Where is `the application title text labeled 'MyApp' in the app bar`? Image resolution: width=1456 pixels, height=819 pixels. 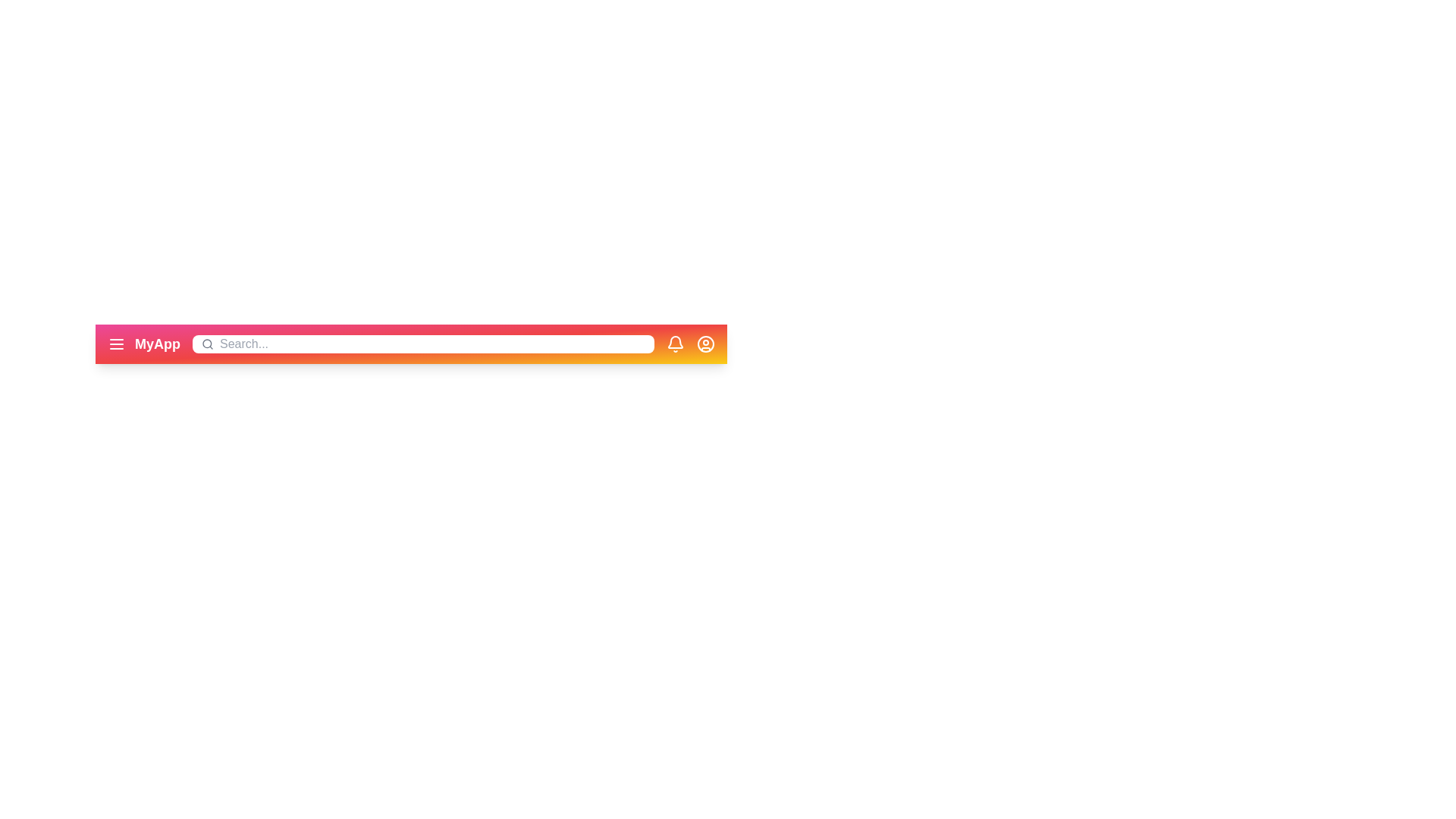 the application title text labeled 'MyApp' in the app bar is located at coordinates (157, 344).